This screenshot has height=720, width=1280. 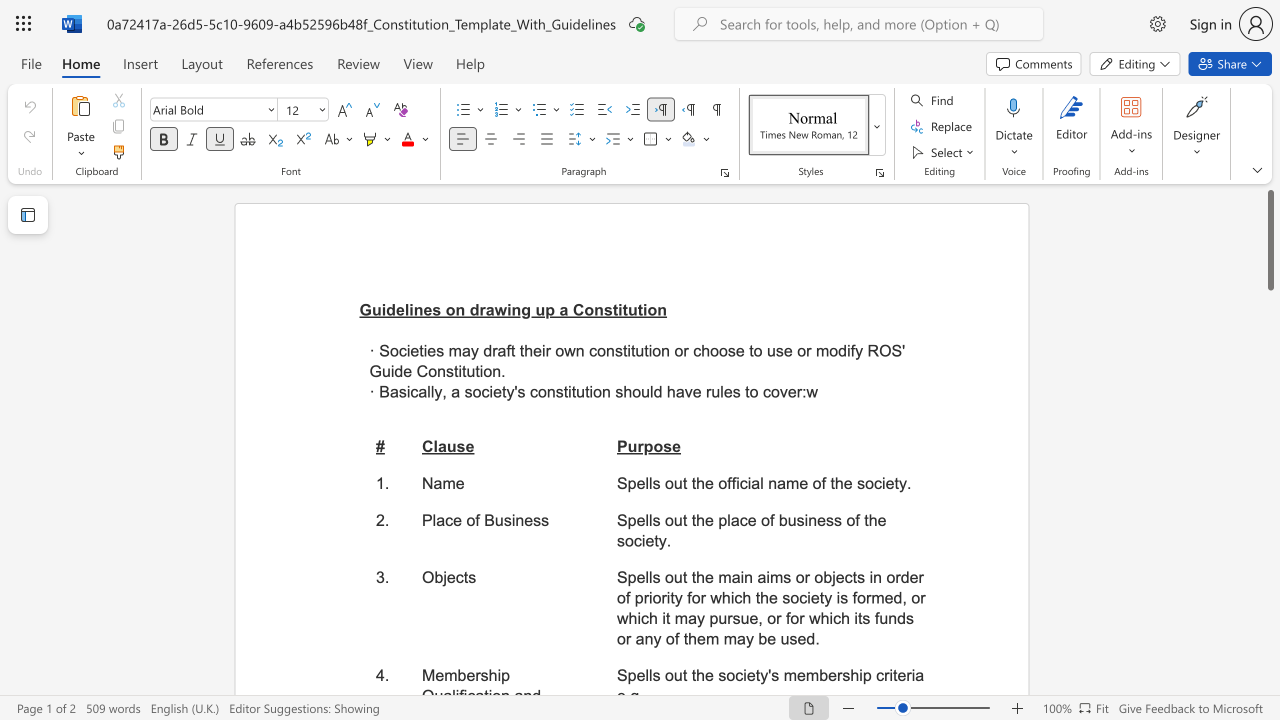 I want to click on the scrollbar to adjust the page downward, so click(x=1269, y=588).